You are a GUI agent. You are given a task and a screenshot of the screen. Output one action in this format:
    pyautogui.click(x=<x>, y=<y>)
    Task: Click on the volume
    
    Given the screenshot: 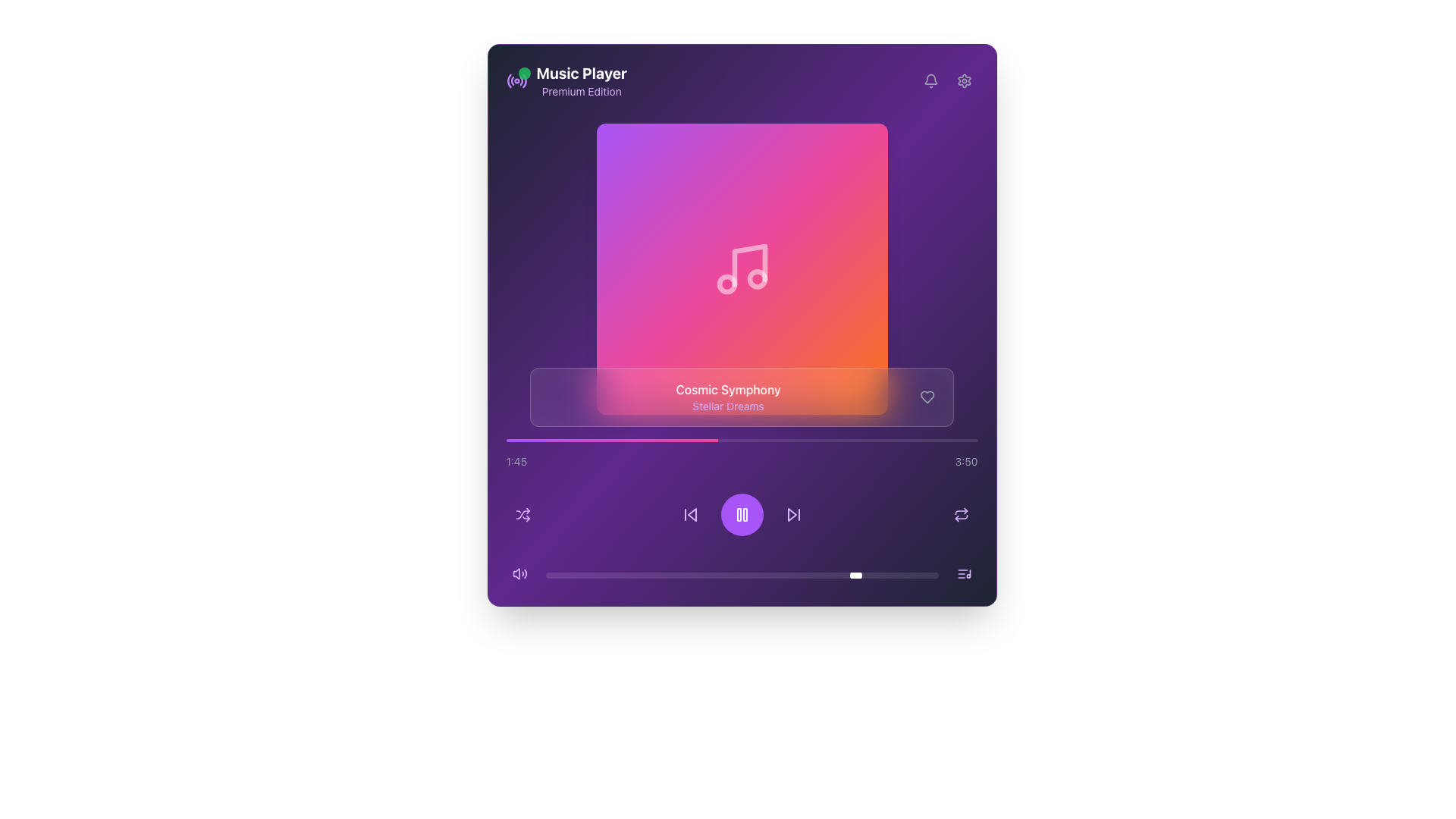 What is the action you would take?
    pyautogui.click(x=879, y=576)
    